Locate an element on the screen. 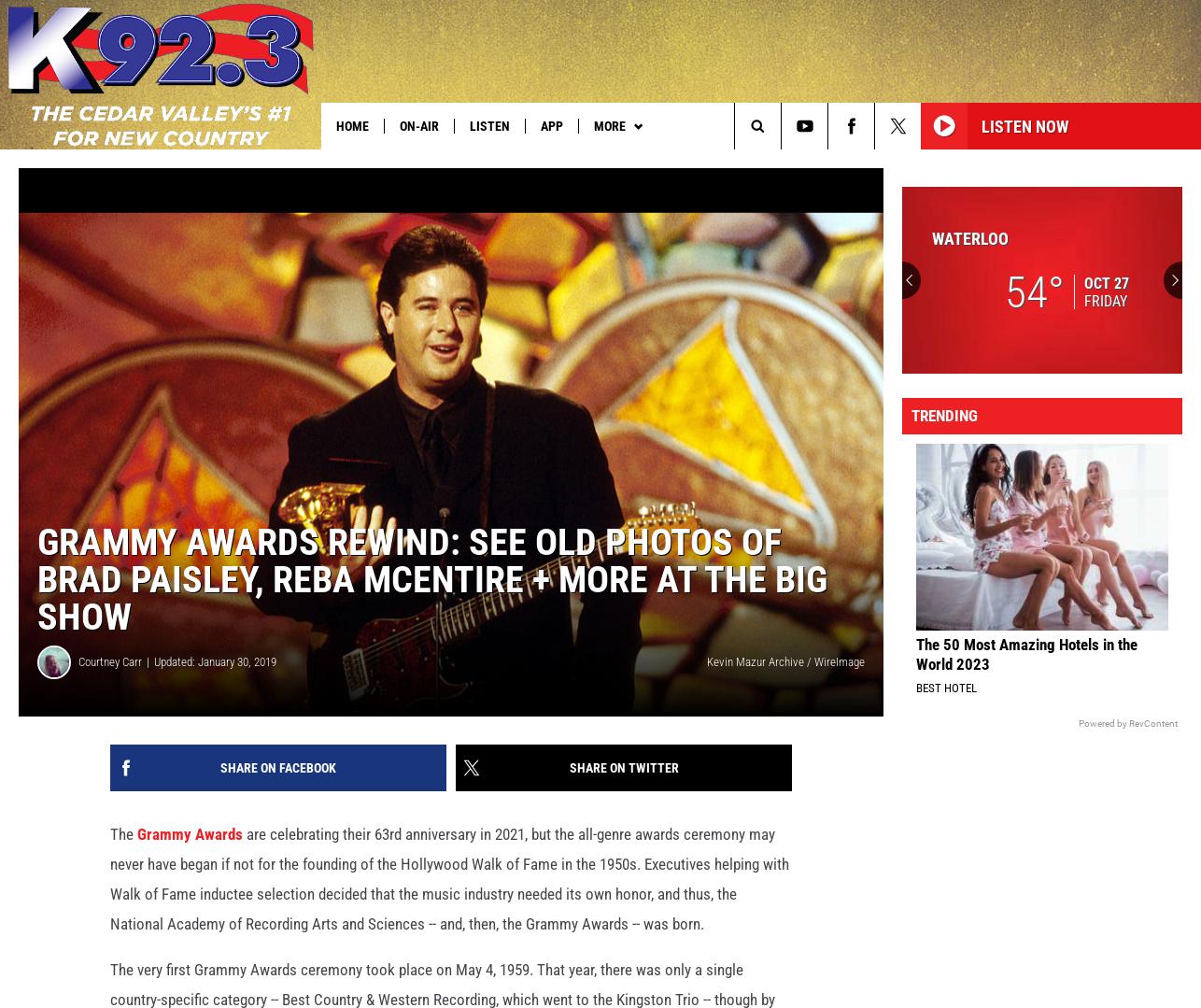 The image size is (1201, 1008). 'Share on Facebook' is located at coordinates (219, 798).